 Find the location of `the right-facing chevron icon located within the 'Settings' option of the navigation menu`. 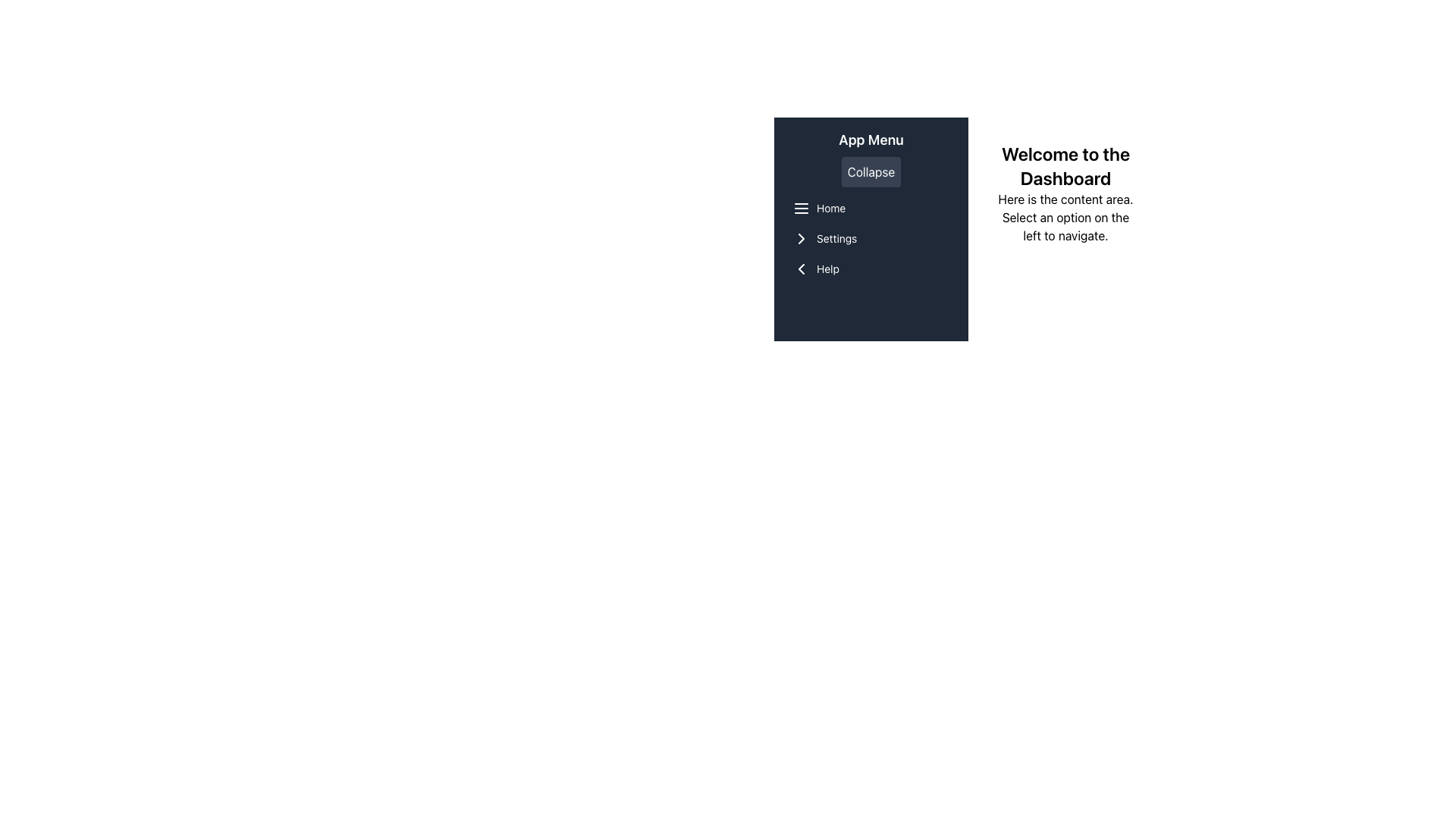

the right-facing chevron icon located within the 'Settings' option of the navigation menu is located at coordinates (800, 239).